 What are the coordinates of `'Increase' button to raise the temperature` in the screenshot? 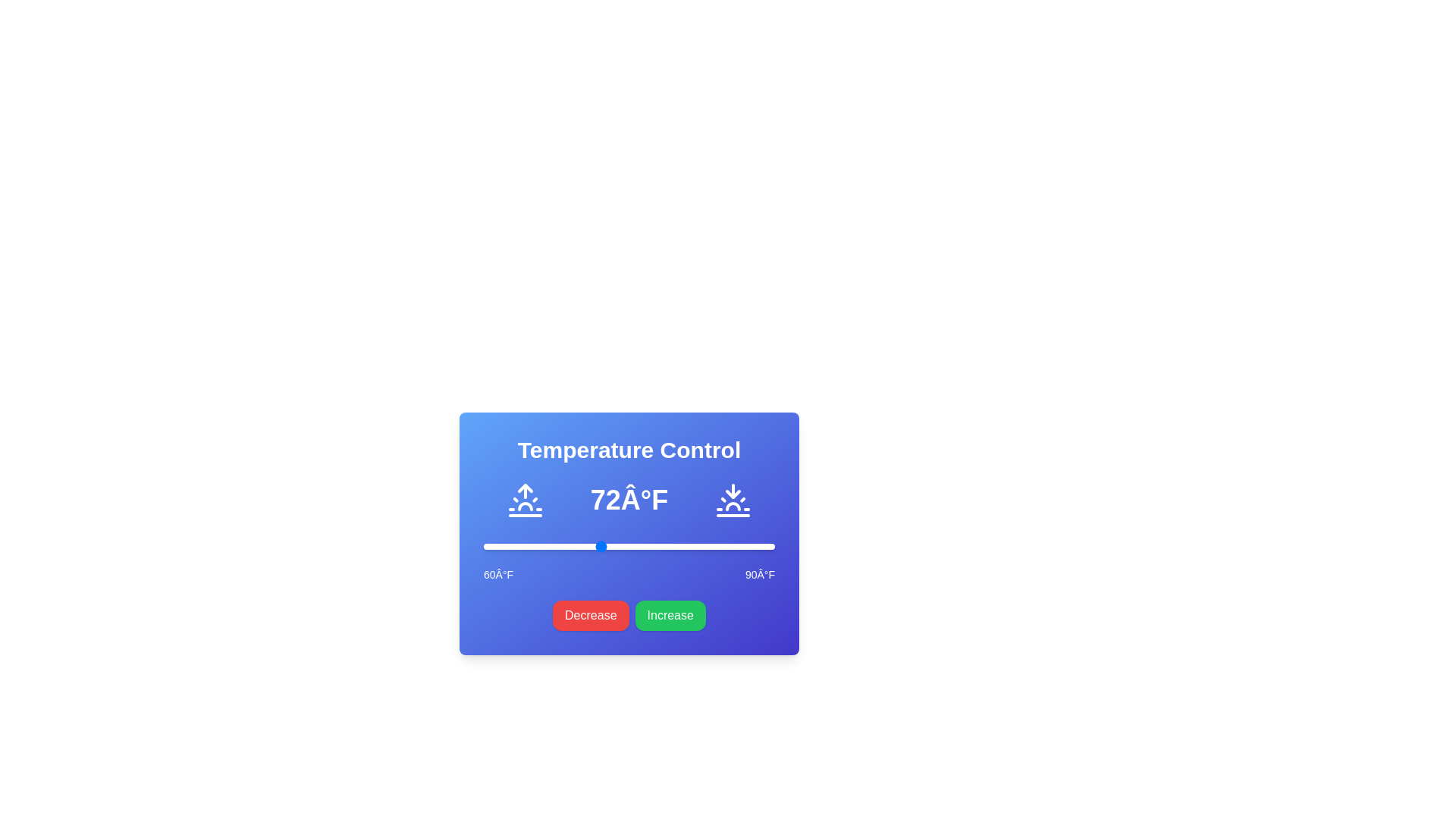 It's located at (669, 616).